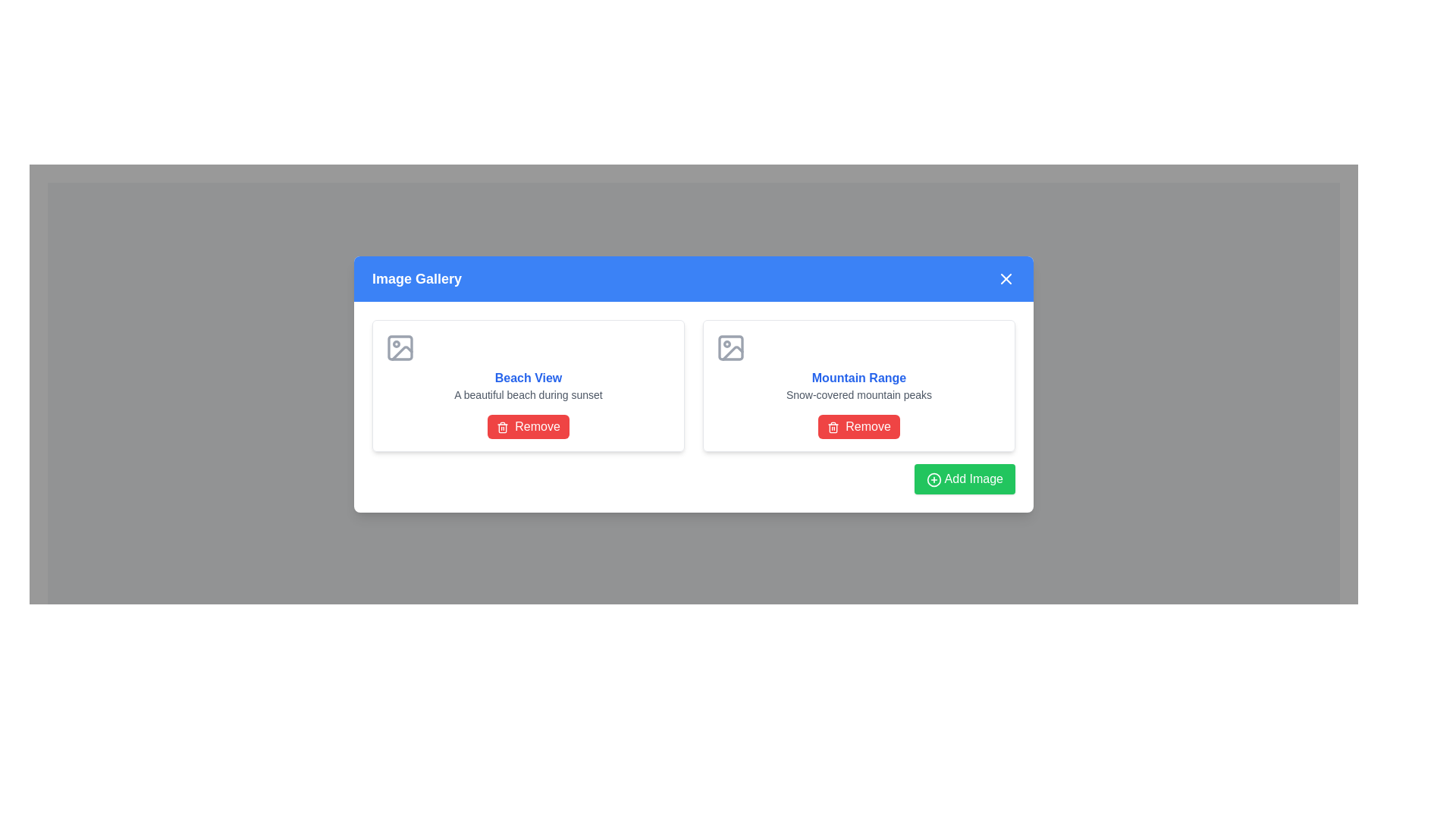 This screenshot has height=819, width=1456. What do you see at coordinates (503, 427) in the screenshot?
I see `the red trash bin icon located to the left of the 'Remove' button's text, which indicates a deletion function` at bounding box center [503, 427].